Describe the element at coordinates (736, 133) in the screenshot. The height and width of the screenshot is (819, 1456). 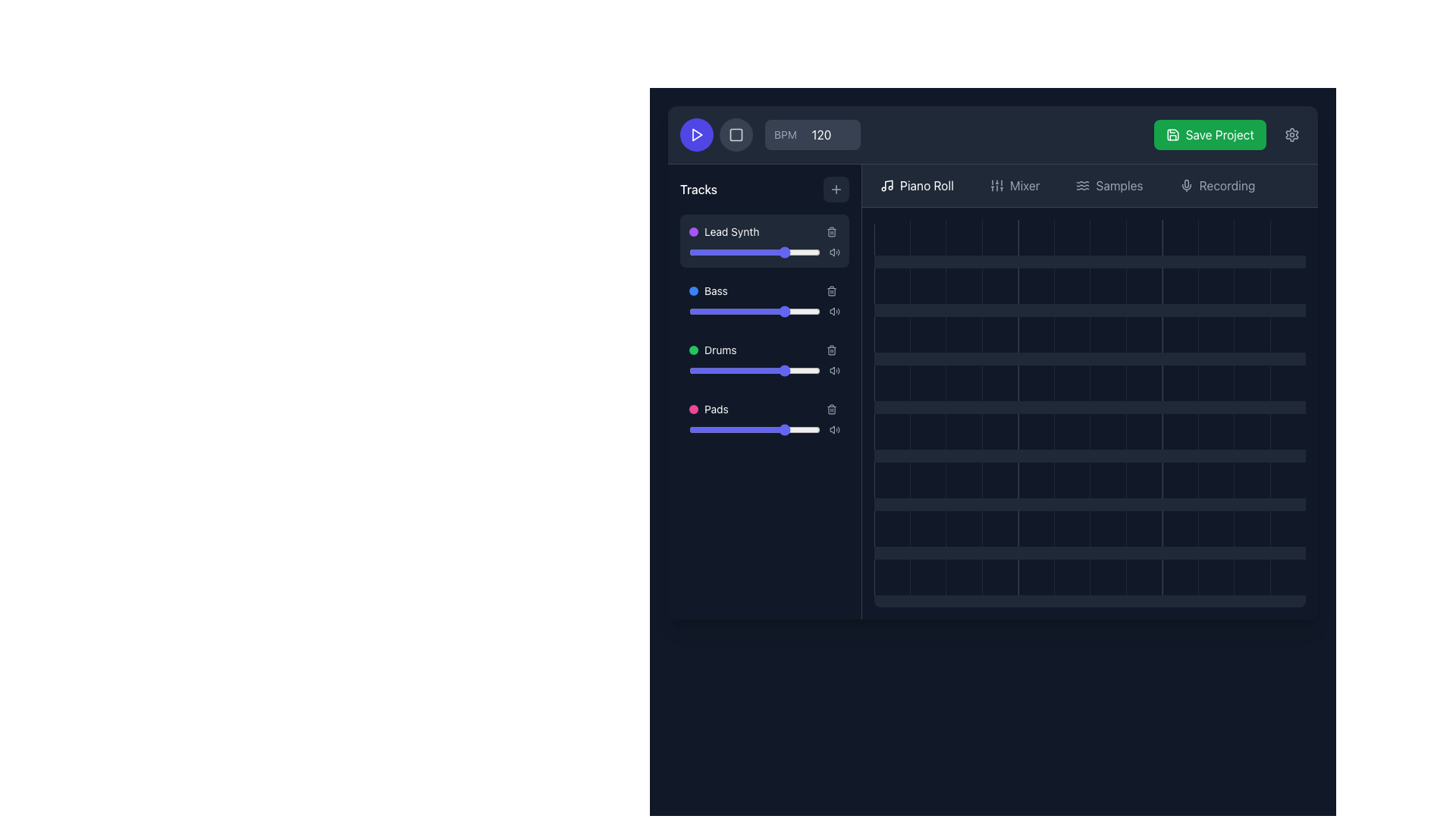
I see `the Stop button located to the immediate right of the blue circular play button, which is the second button in the horizontal layout of control buttons` at that location.